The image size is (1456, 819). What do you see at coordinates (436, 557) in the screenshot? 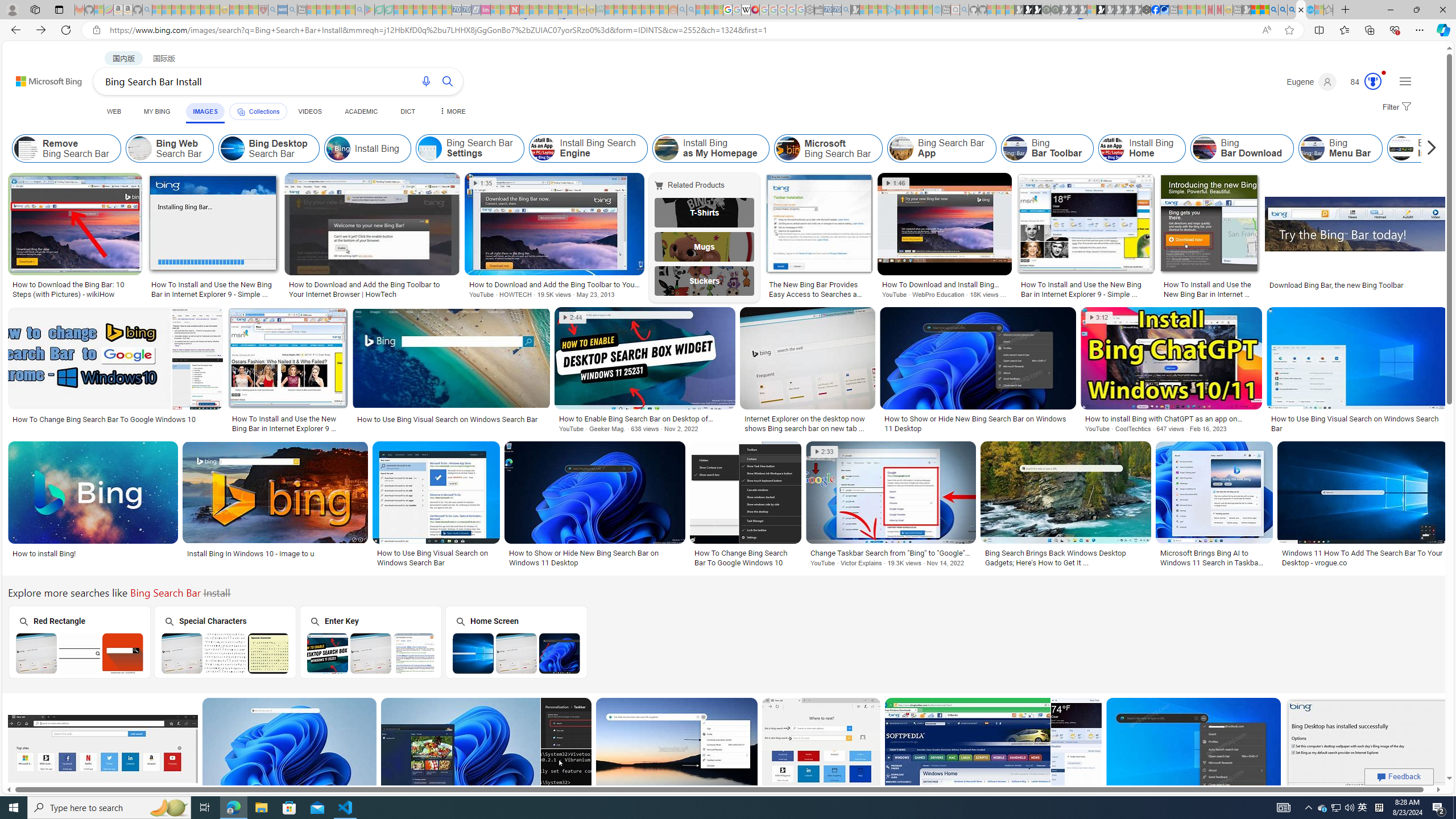
I see `'How to Use Bing Visual Search on Windows Search Bar'` at bounding box center [436, 557].